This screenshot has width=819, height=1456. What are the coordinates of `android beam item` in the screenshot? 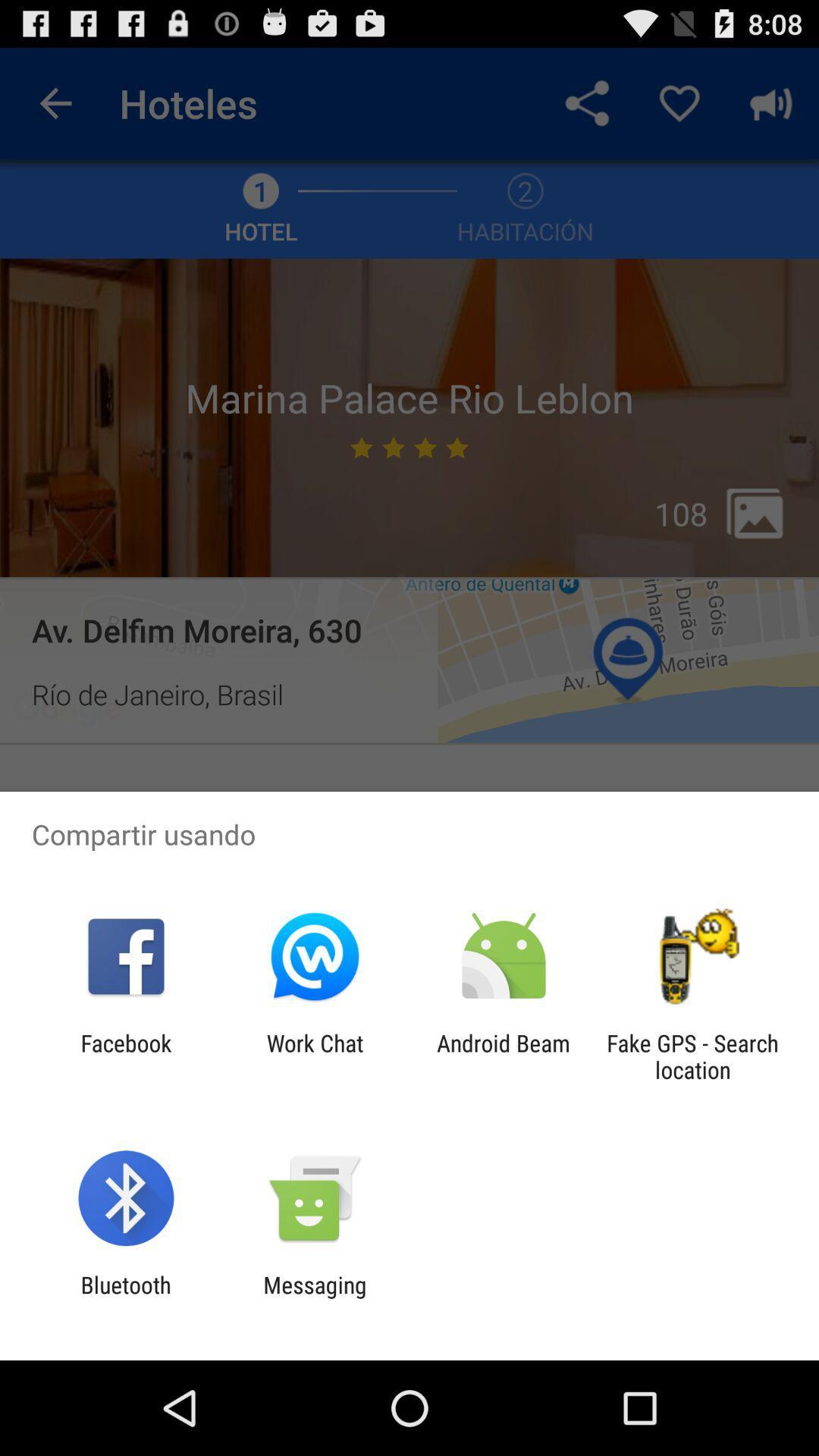 It's located at (504, 1056).